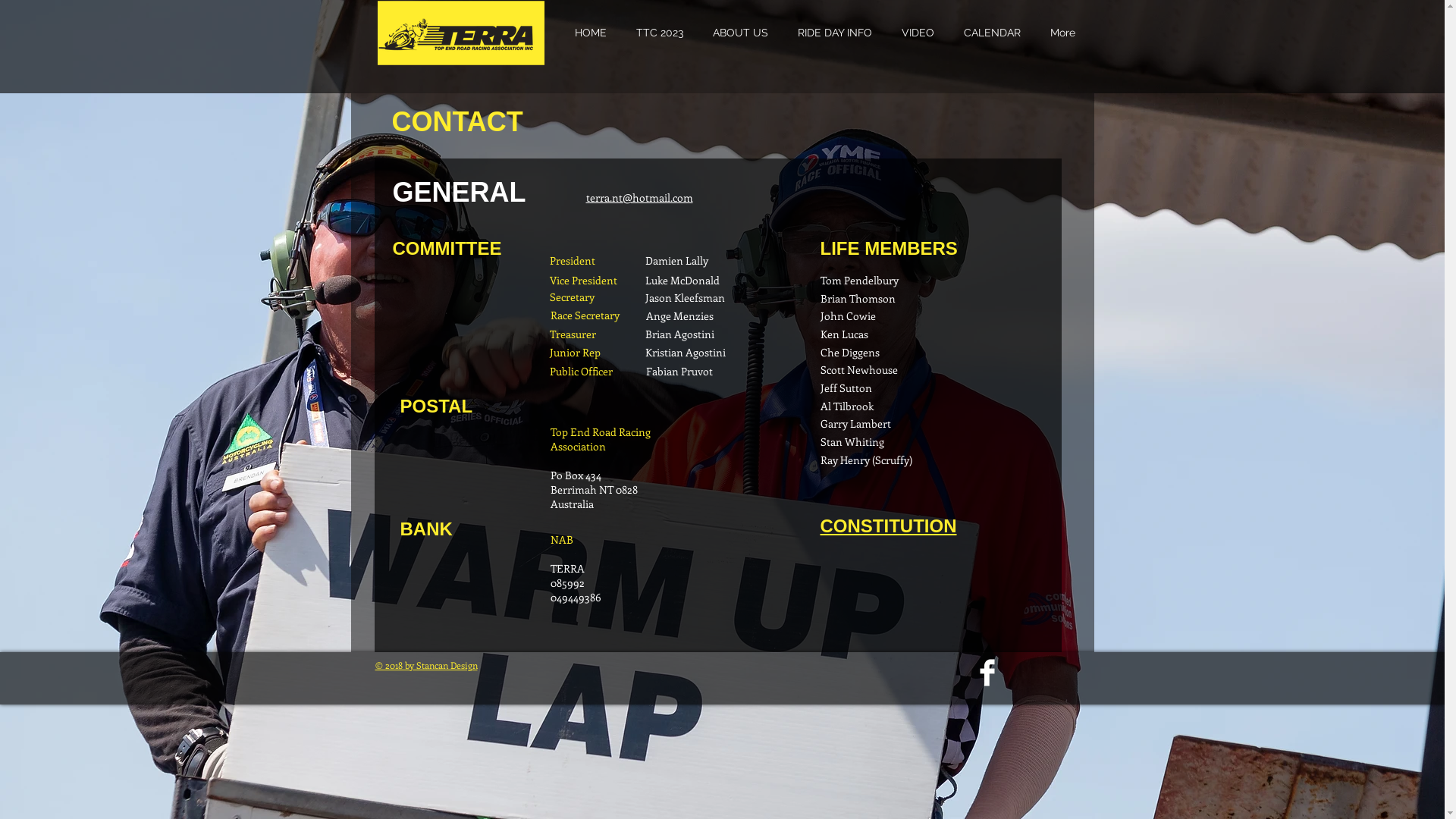  I want to click on 'RIDE DAY INFO', so click(833, 33).